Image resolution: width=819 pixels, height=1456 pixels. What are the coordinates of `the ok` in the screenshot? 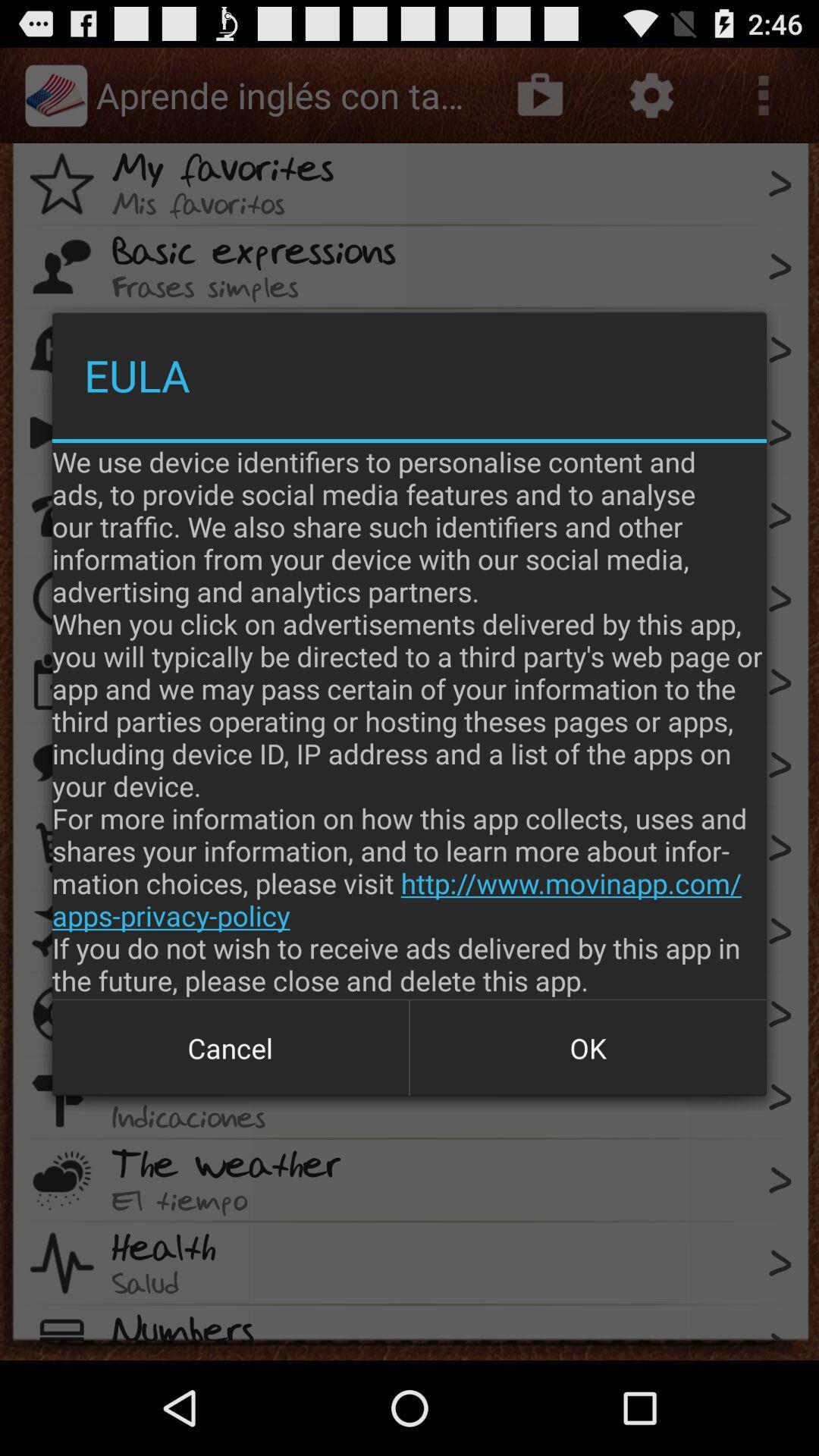 It's located at (587, 1047).